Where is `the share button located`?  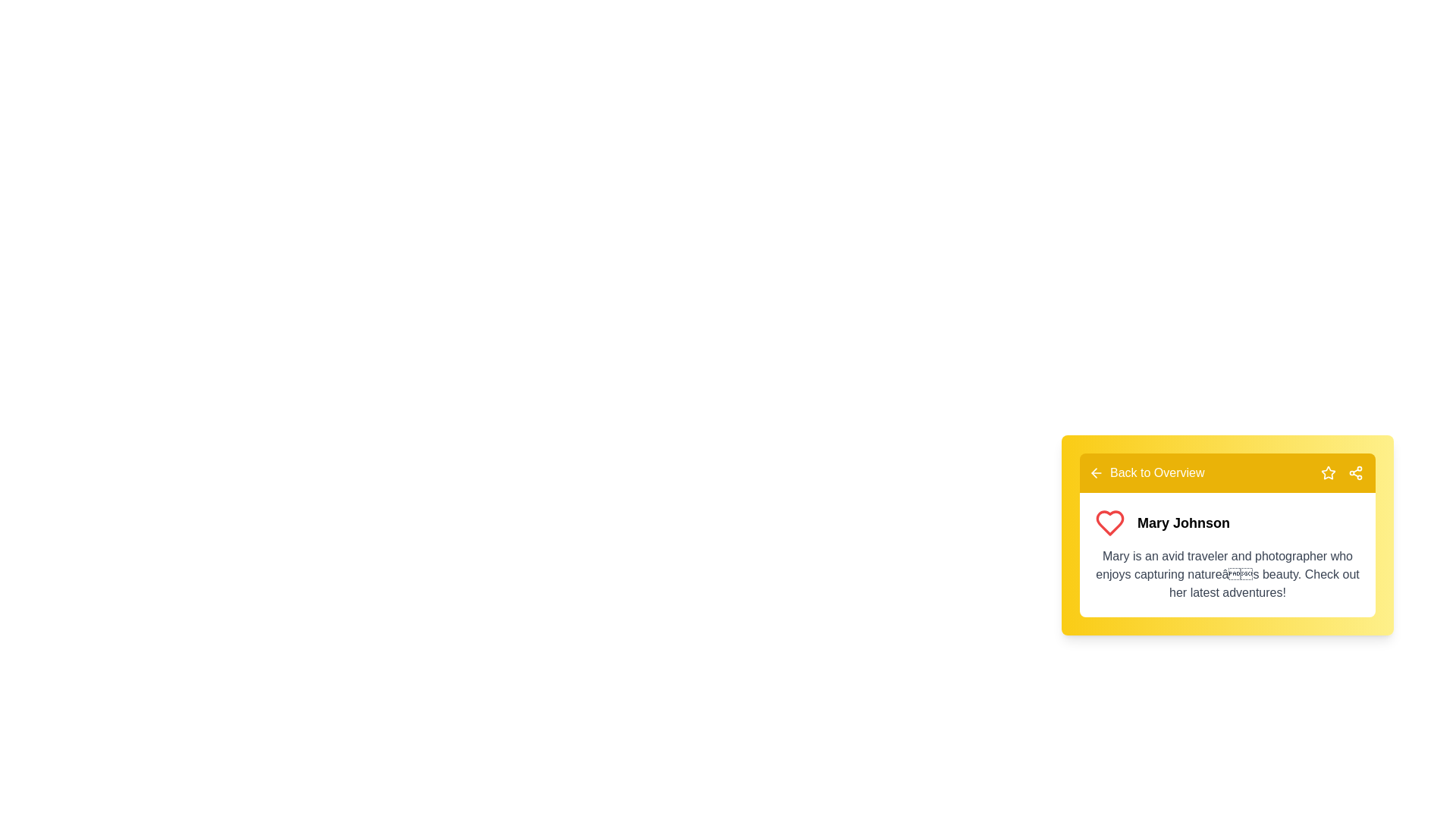 the share button located is located at coordinates (1356, 472).